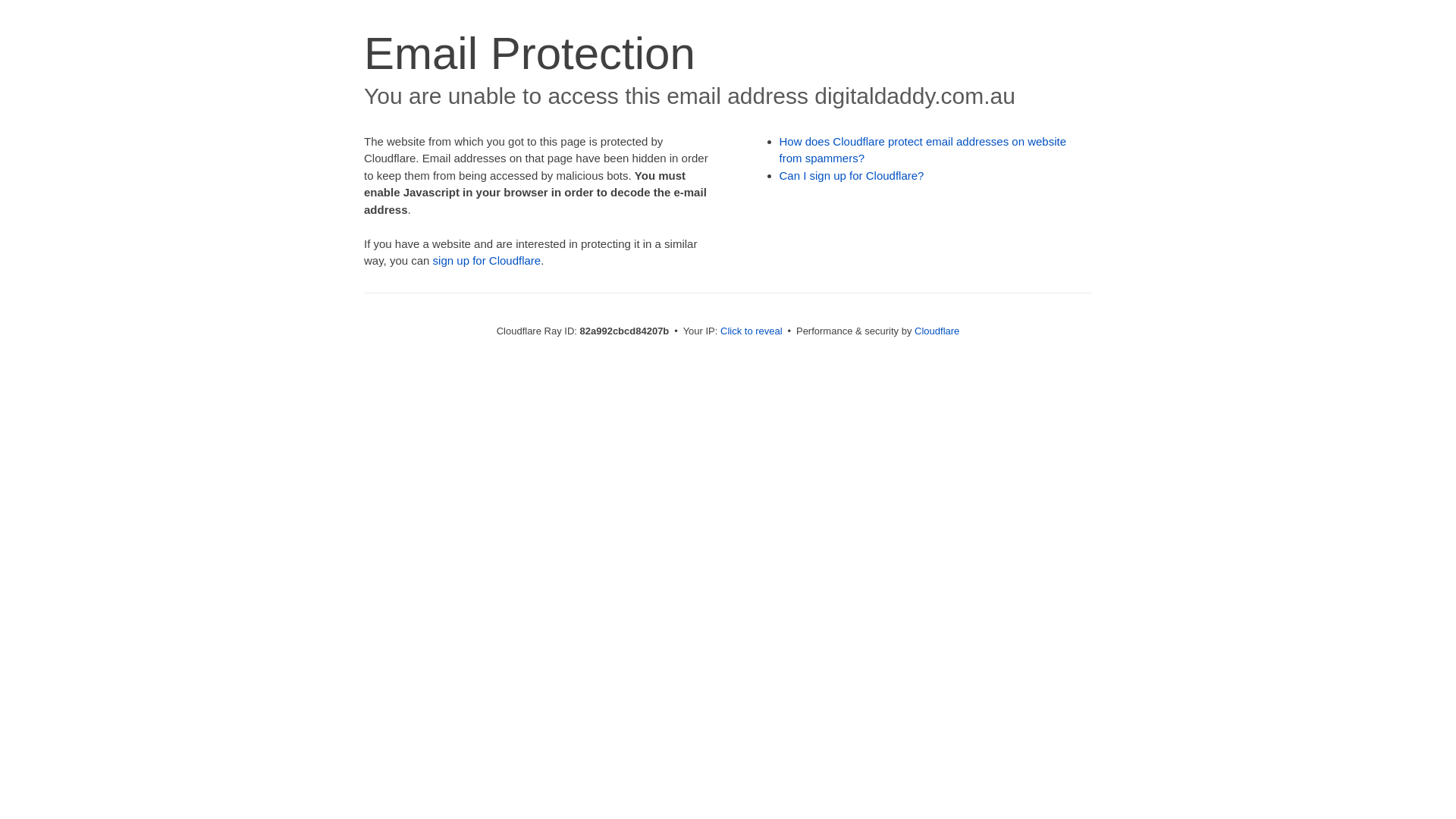  I want to click on 'Cloudflare', so click(936, 330).